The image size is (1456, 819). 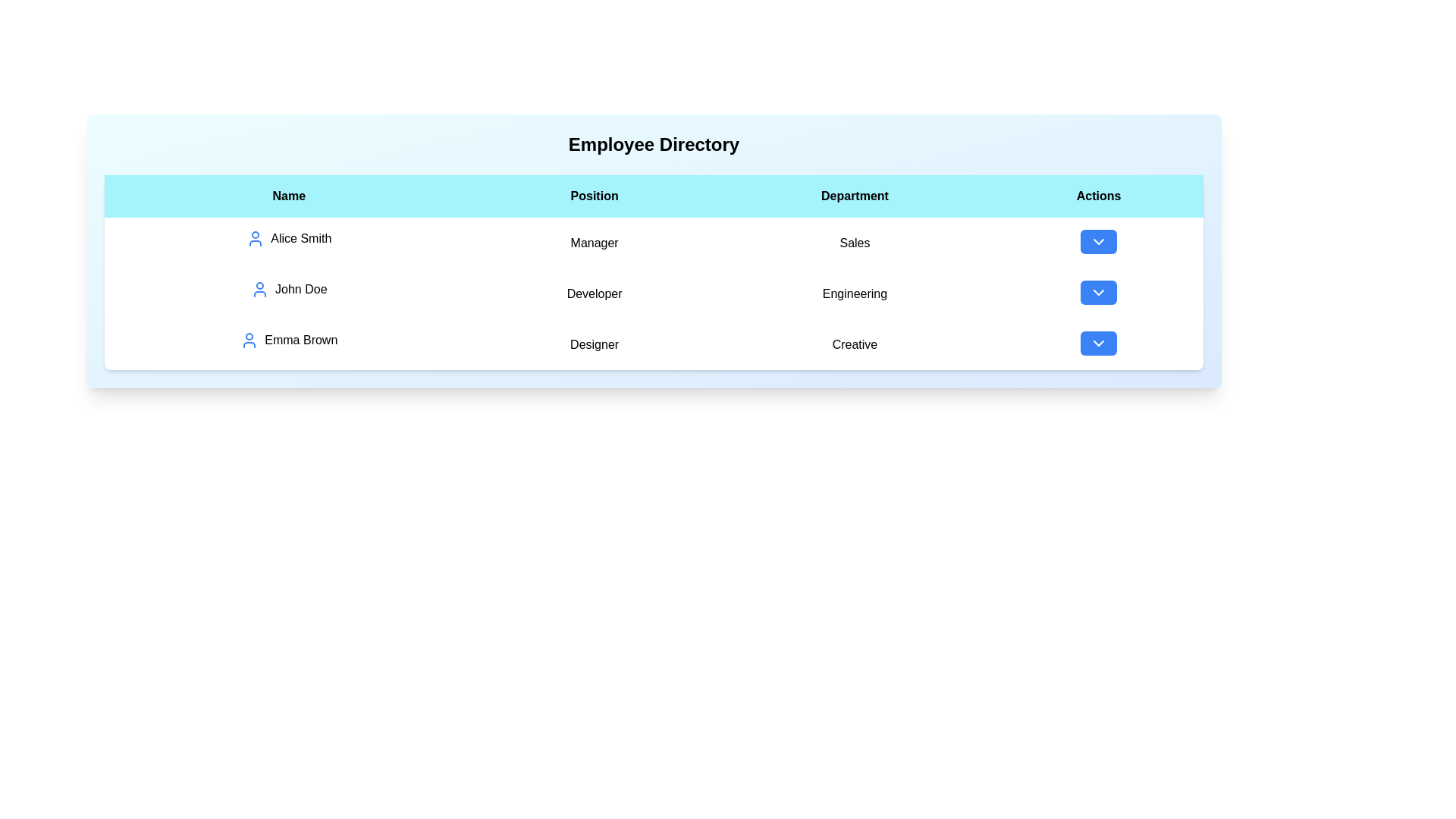 What do you see at coordinates (855, 195) in the screenshot?
I see `the static text label that serves as the header title for the 'Department' column, positioned between 'Position' and 'Actions'` at bounding box center [855, 195].